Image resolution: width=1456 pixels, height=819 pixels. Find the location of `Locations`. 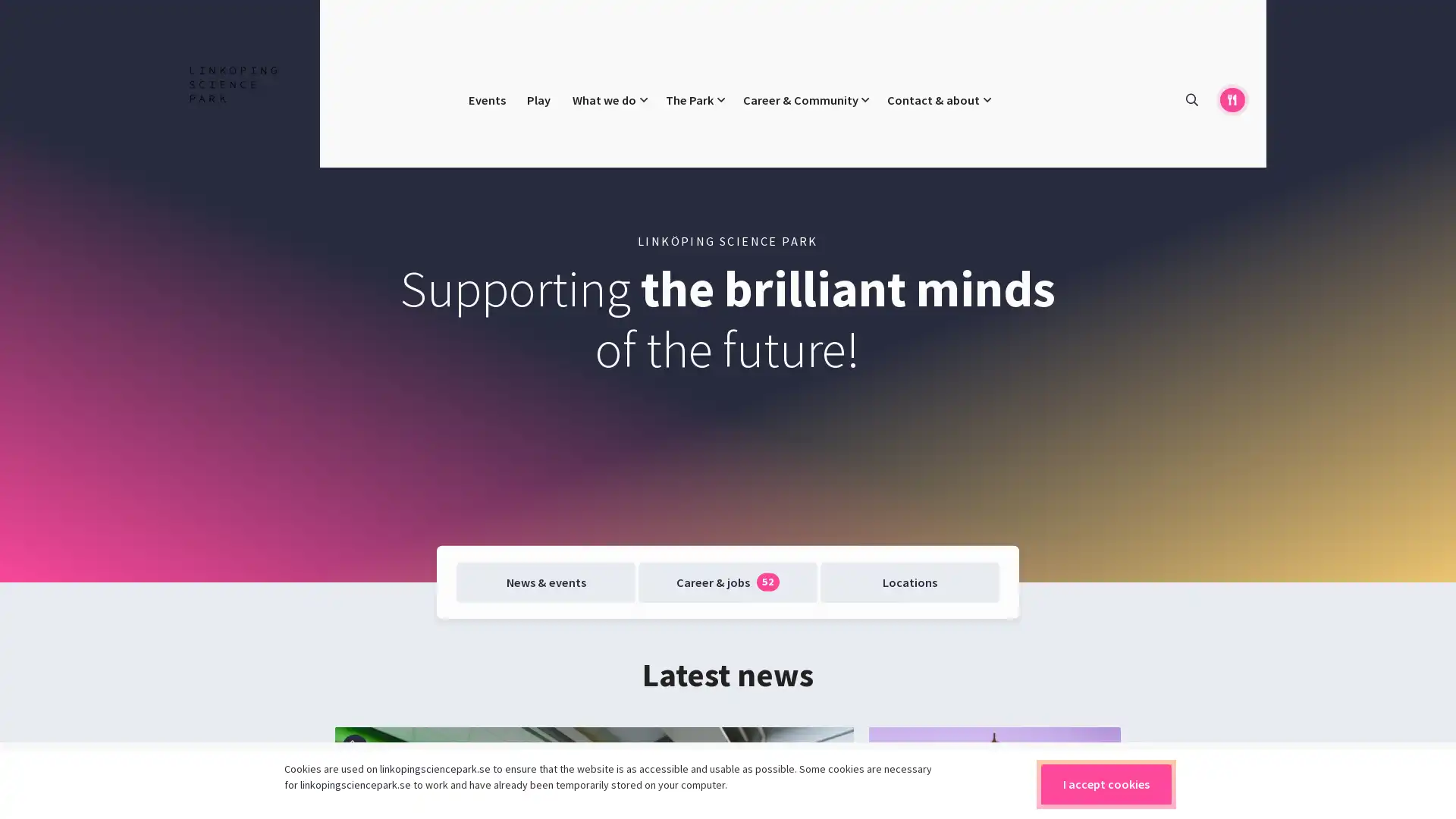

Locations is located at coordinates (909, 581).